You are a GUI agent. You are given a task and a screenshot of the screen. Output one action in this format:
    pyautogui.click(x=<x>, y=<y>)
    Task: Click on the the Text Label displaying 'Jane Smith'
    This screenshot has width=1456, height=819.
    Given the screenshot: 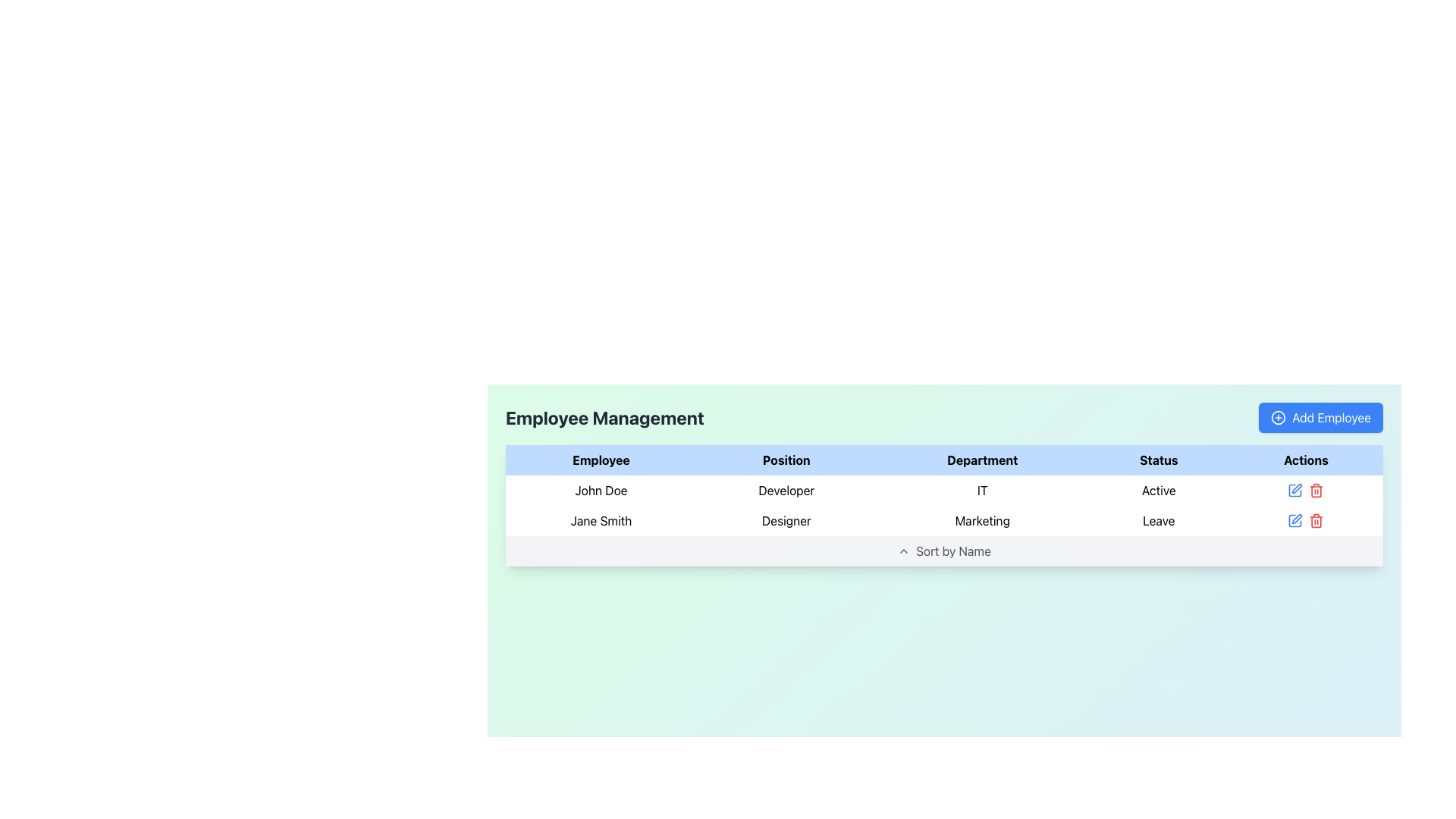 What is the action you would take?
    pyautogui.click(x=600, y=519)
    